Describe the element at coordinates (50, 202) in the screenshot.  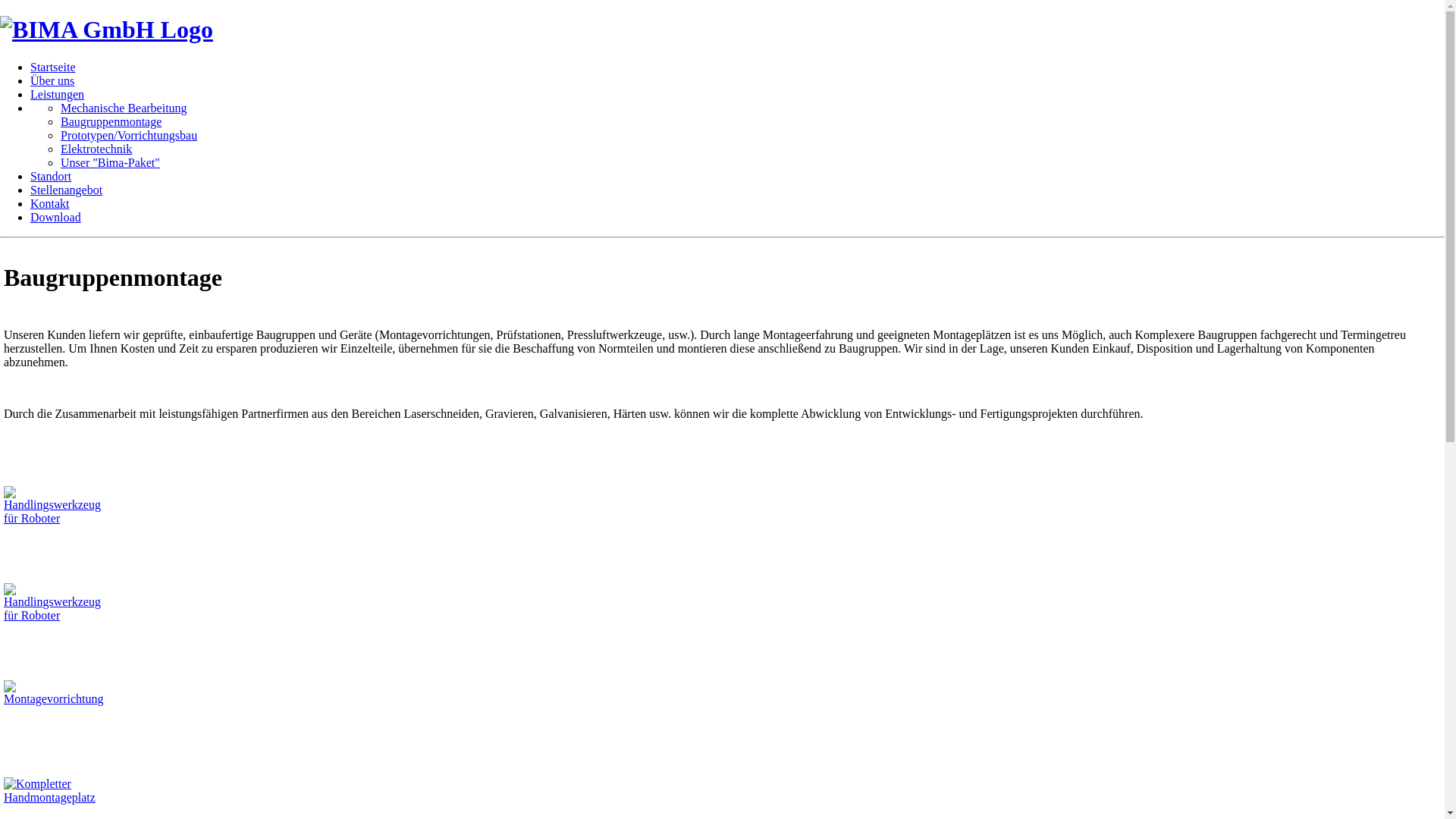
I see `'Kontakt'` at that location.